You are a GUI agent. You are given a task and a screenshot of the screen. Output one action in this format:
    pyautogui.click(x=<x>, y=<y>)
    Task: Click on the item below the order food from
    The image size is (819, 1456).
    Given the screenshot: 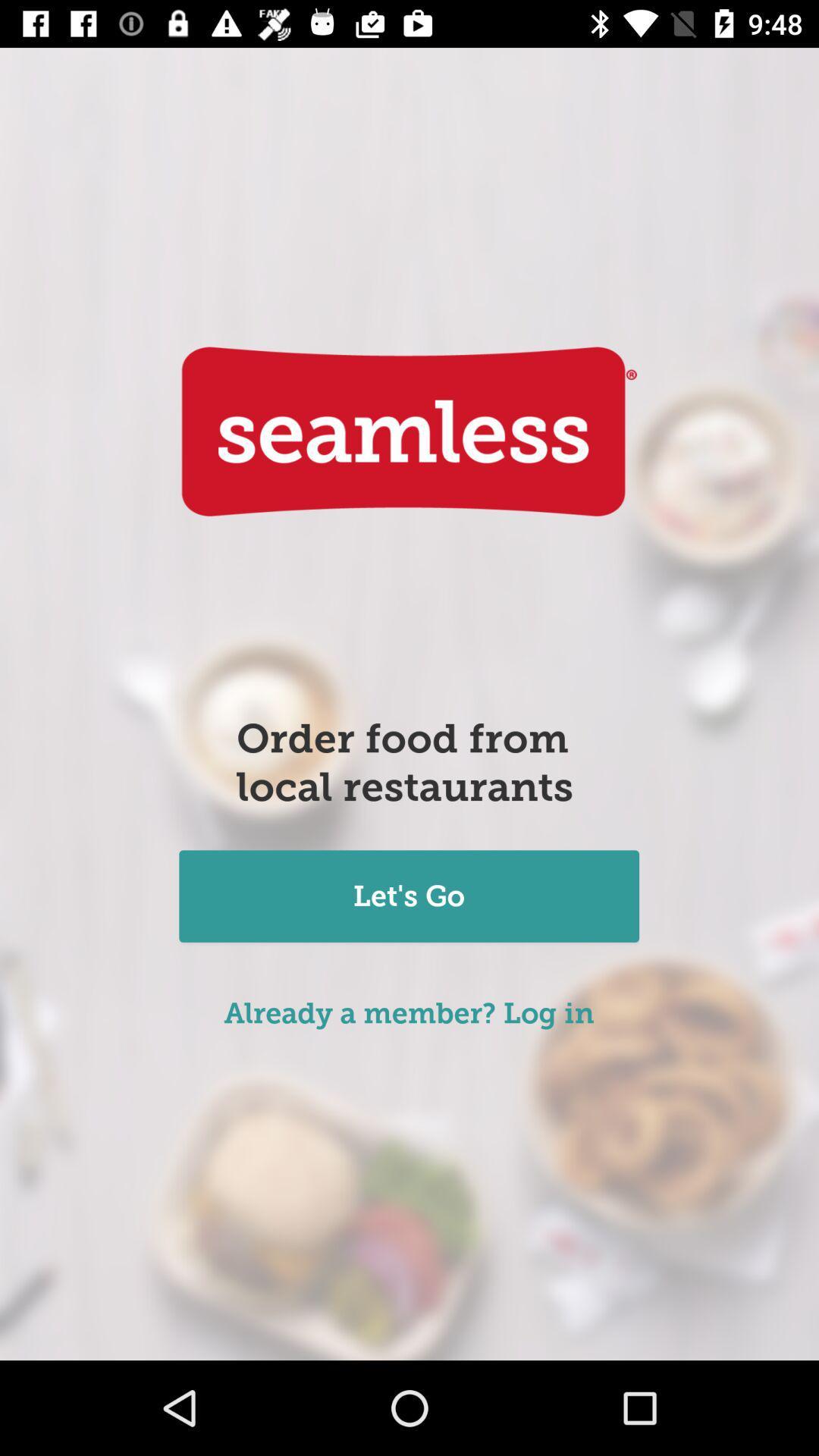 What is the action you would take?
    pyautogui.click(x=408, y=898)
    